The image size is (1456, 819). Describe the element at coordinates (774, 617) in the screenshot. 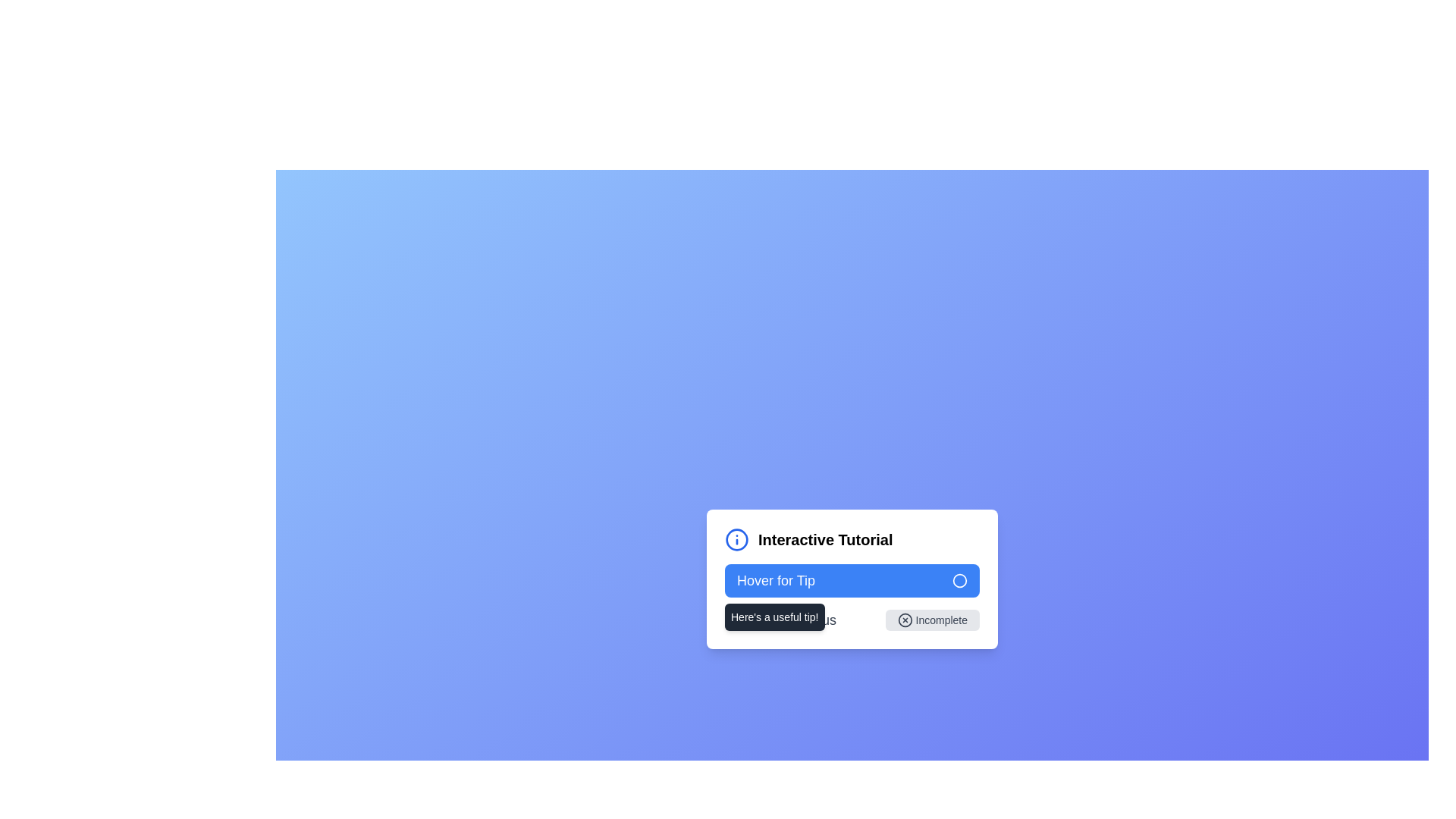

I see `the tooltip that appears beneath the 'Hover for Tip' button, providing additional information to the user` at that location.